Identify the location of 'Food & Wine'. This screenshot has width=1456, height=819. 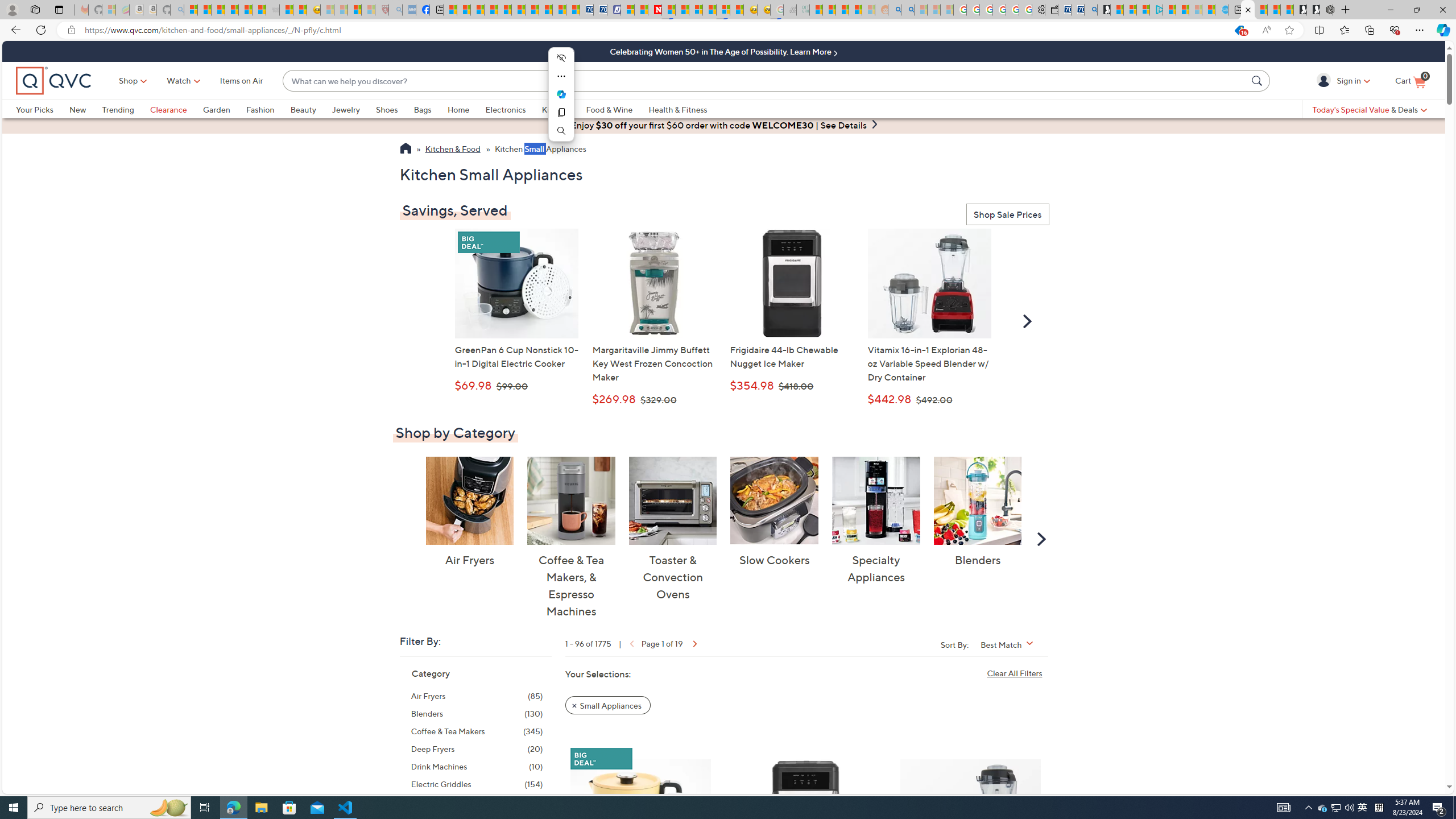
(609, 109).